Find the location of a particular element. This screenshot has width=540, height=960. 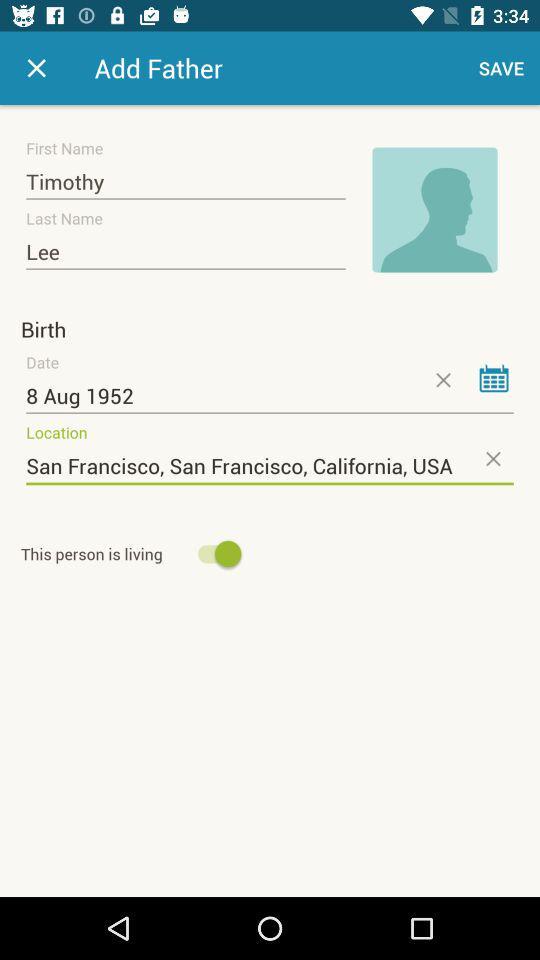

exit is located at coordinates (36, 68).